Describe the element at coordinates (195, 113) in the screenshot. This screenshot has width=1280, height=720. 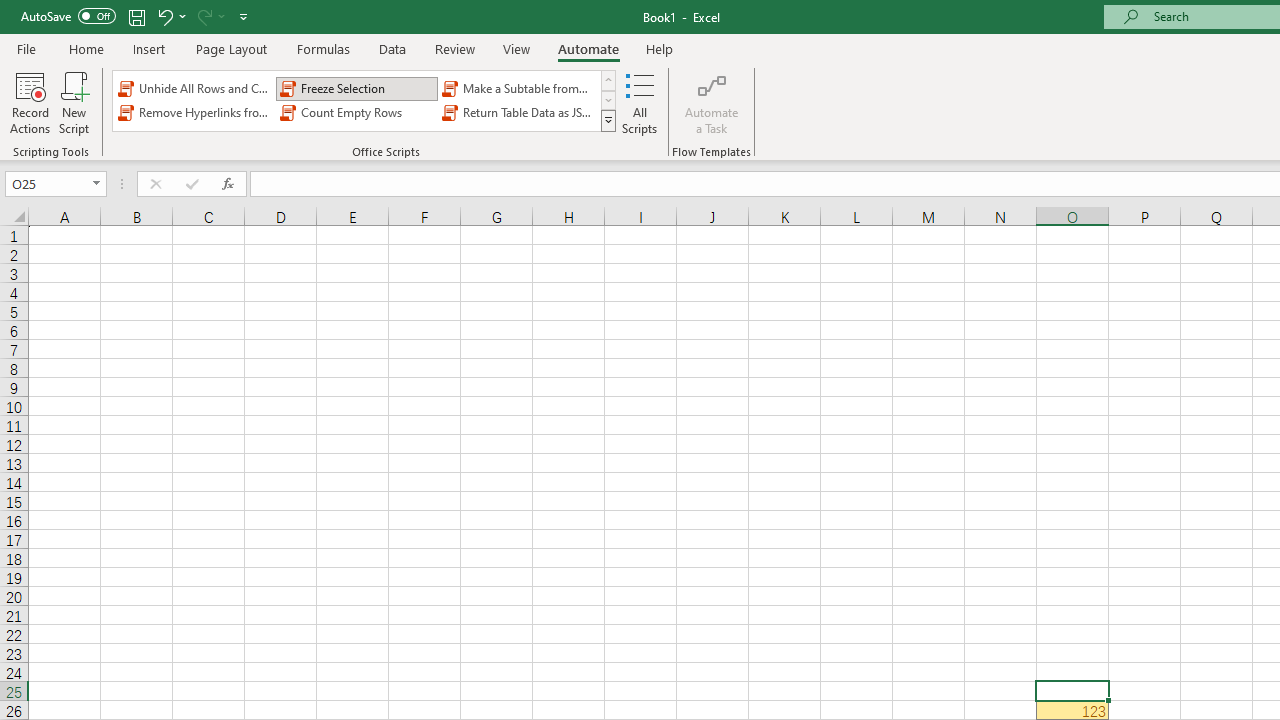
I see `'Remove Hyperlinks from Sheet'` at that location.